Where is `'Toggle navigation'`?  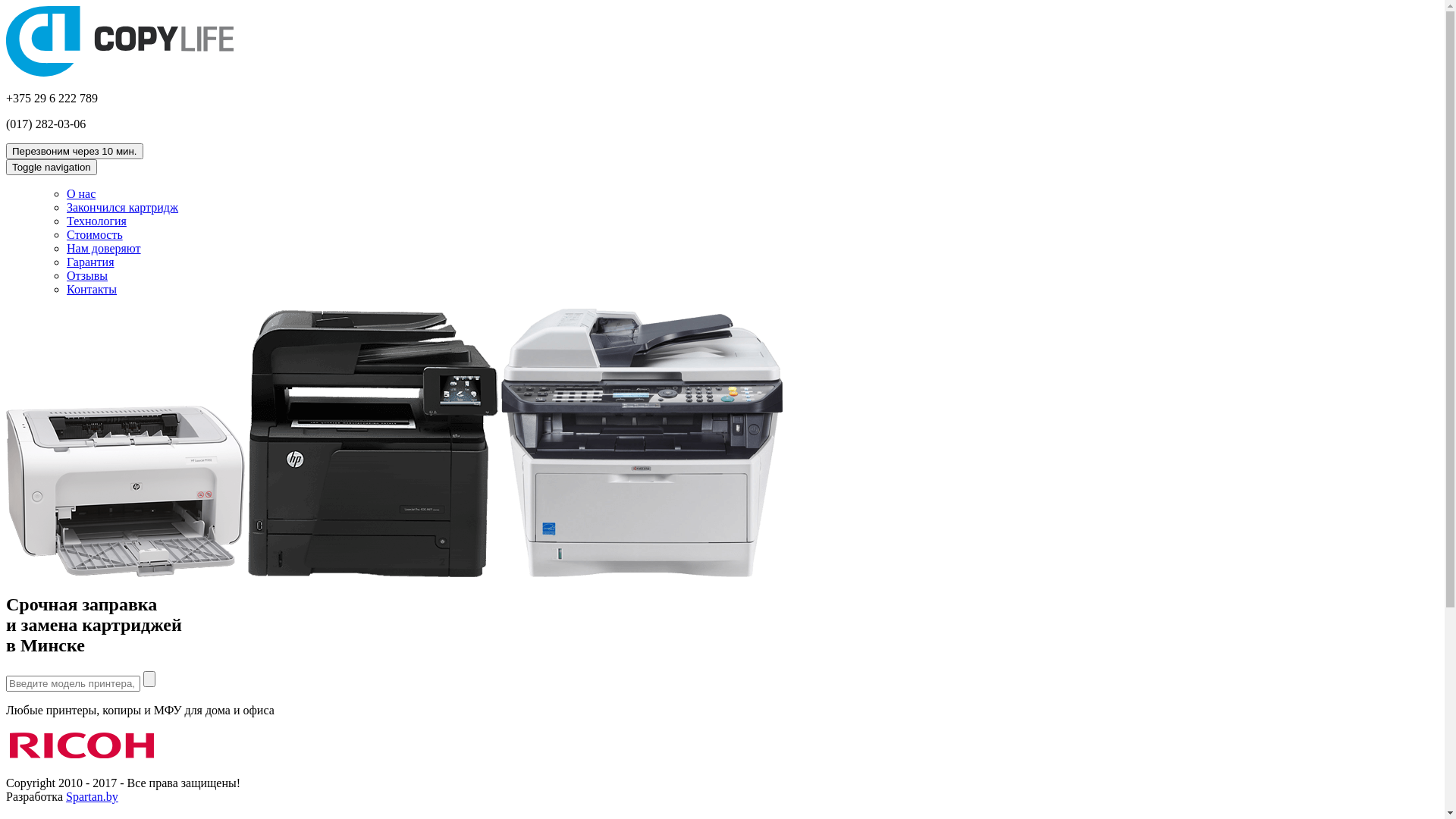 'Toggle navigation' is located at coordinates (51, 167).